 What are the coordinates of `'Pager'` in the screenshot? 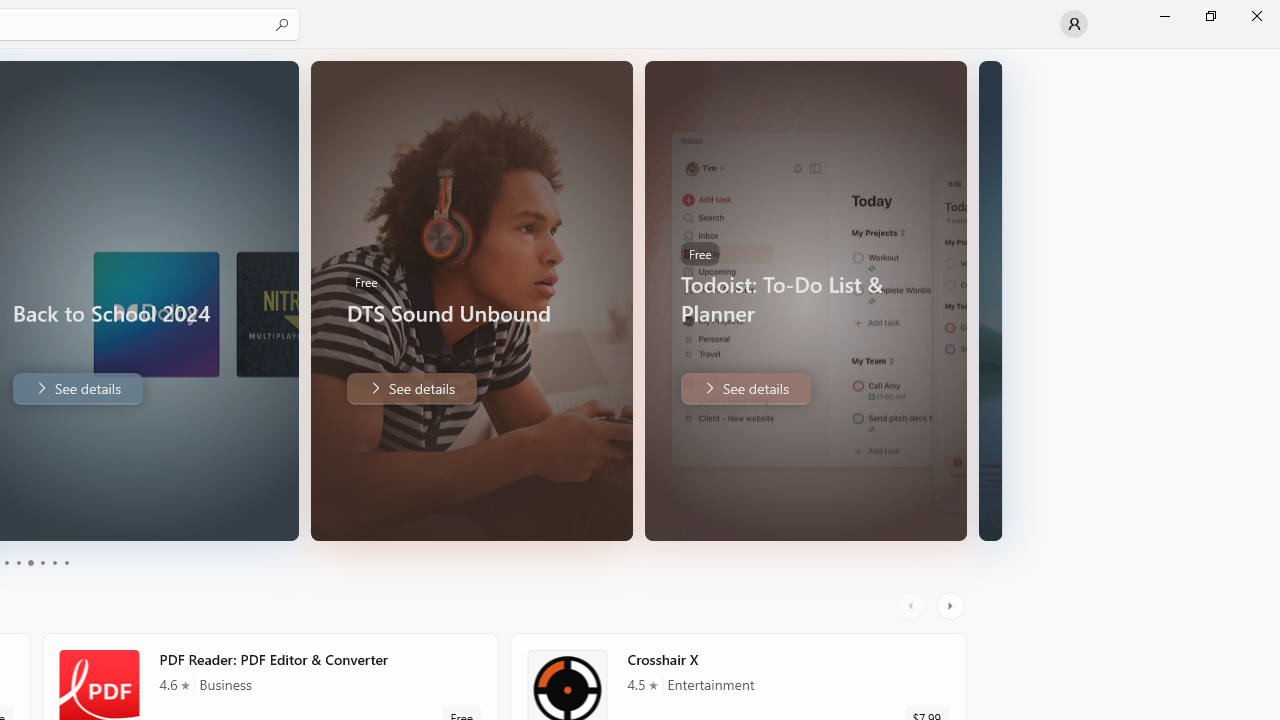 It's located at (35, 563).